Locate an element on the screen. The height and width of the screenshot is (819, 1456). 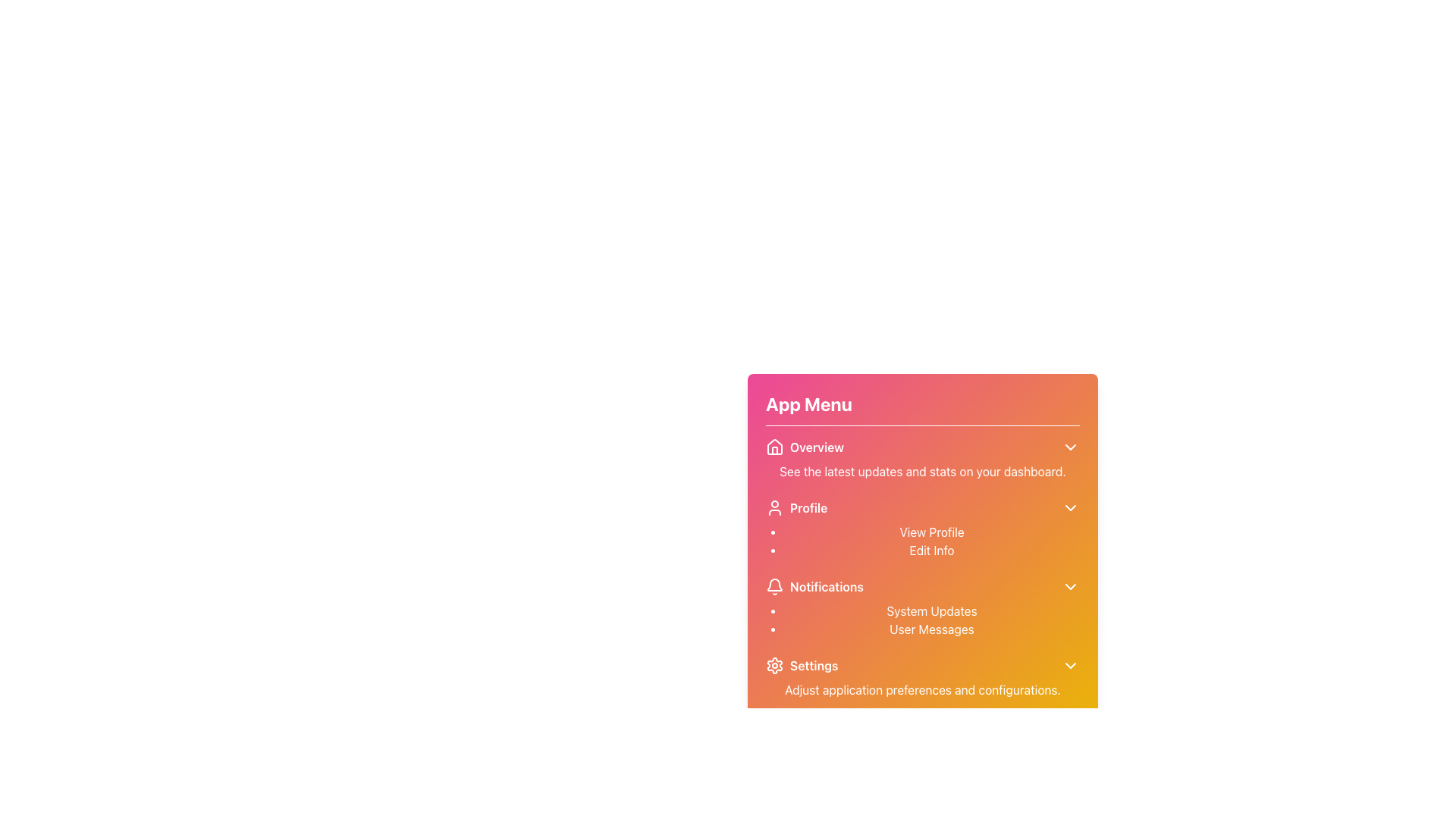
the 'Profile' text label which is bold and part of the 'App Menu' section, located in the second grouping below 'Overview' is located at coordinates (808, 508).